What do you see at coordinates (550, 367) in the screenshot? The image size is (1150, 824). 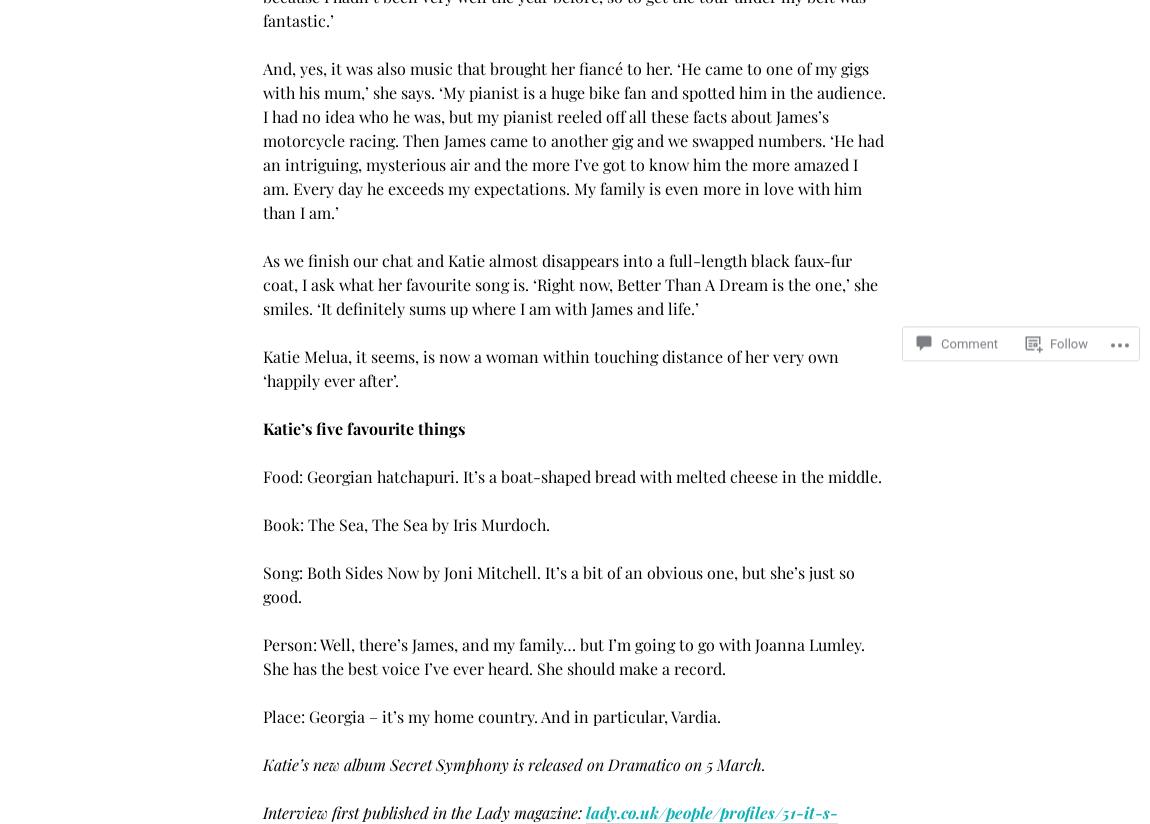 I see `'Katie Melua, it seems, is now a woman within touching distance of her very own ‘happily ever after’.'` at bounding box center [550, 367].